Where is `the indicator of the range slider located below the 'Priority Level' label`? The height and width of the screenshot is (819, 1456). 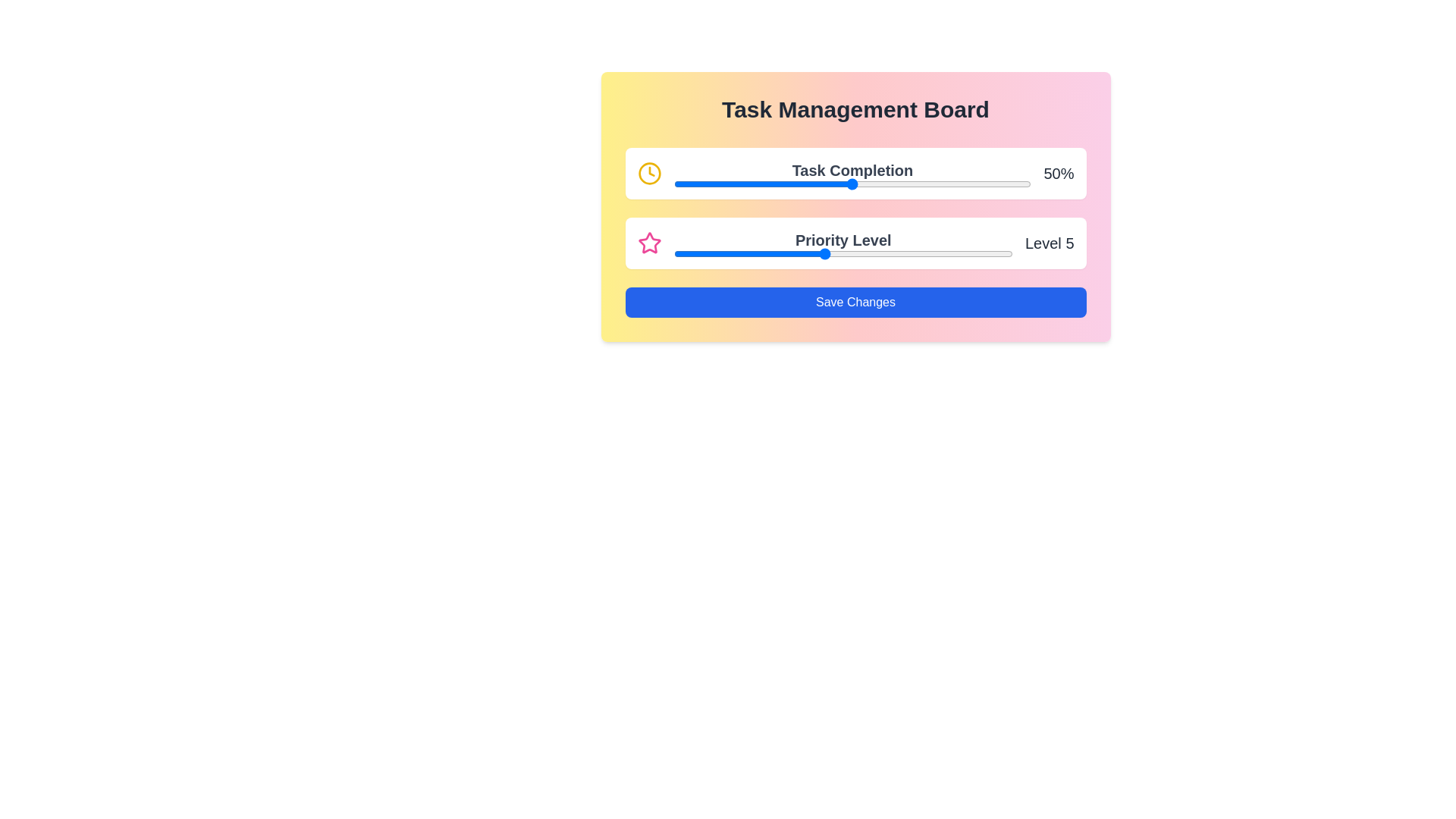 the indicator of the range slider located below the 'Priority Level' label is located at coordinates (843, 253).